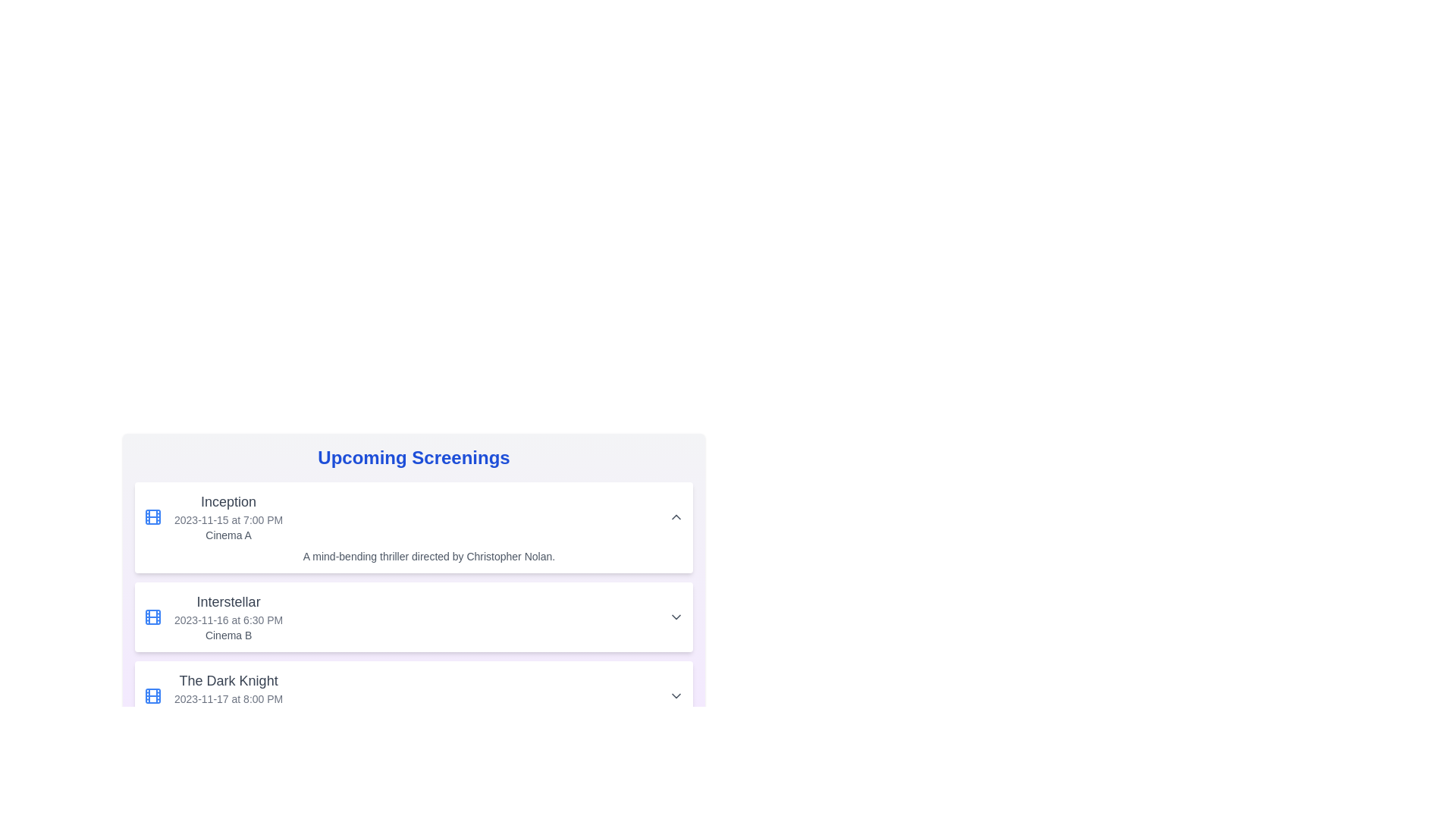  I want to click on the movie screening element for 'Interstellar', so click(212, 617).